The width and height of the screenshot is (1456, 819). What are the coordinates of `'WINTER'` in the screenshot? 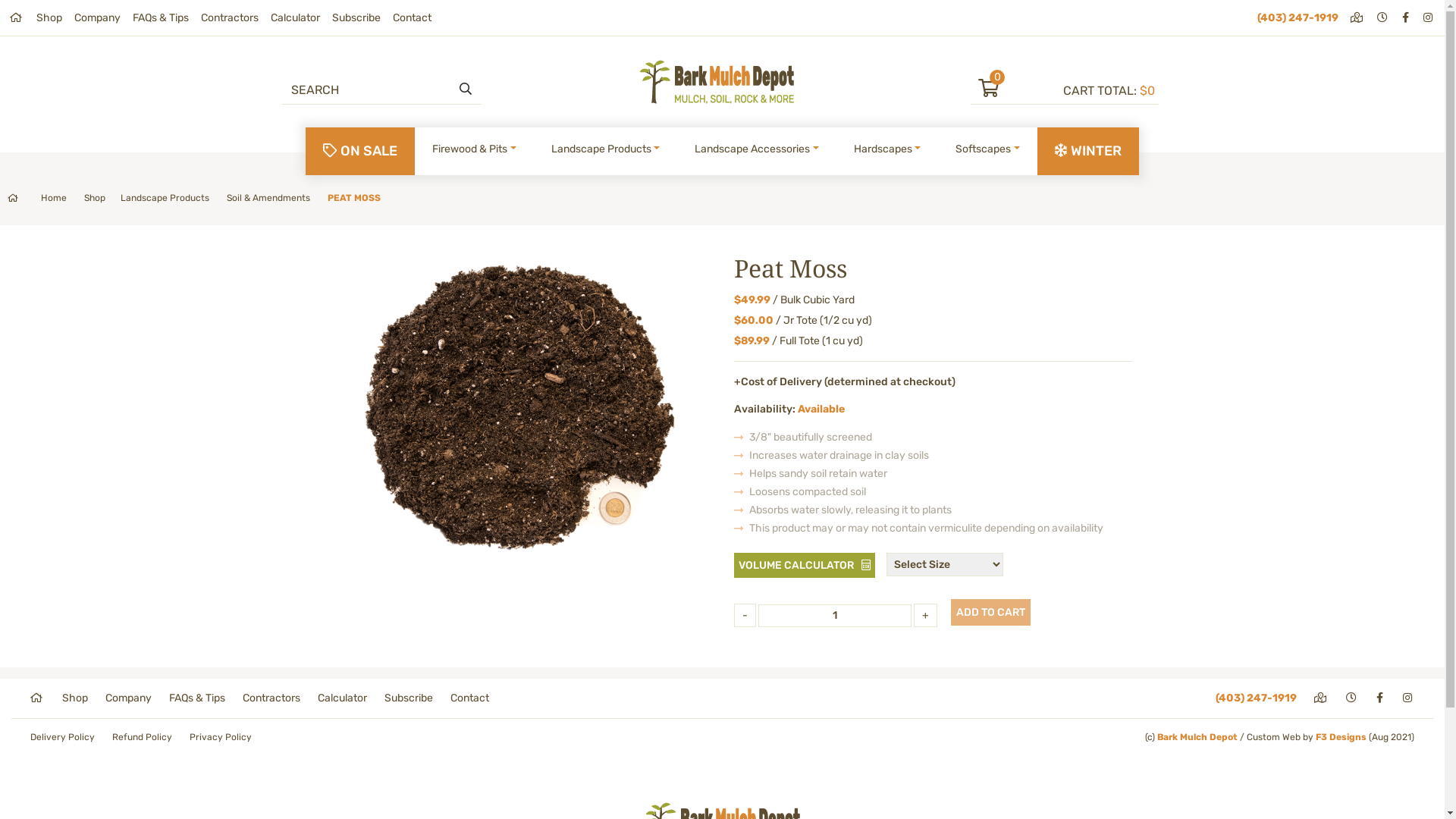 It's located at (1087, 151).